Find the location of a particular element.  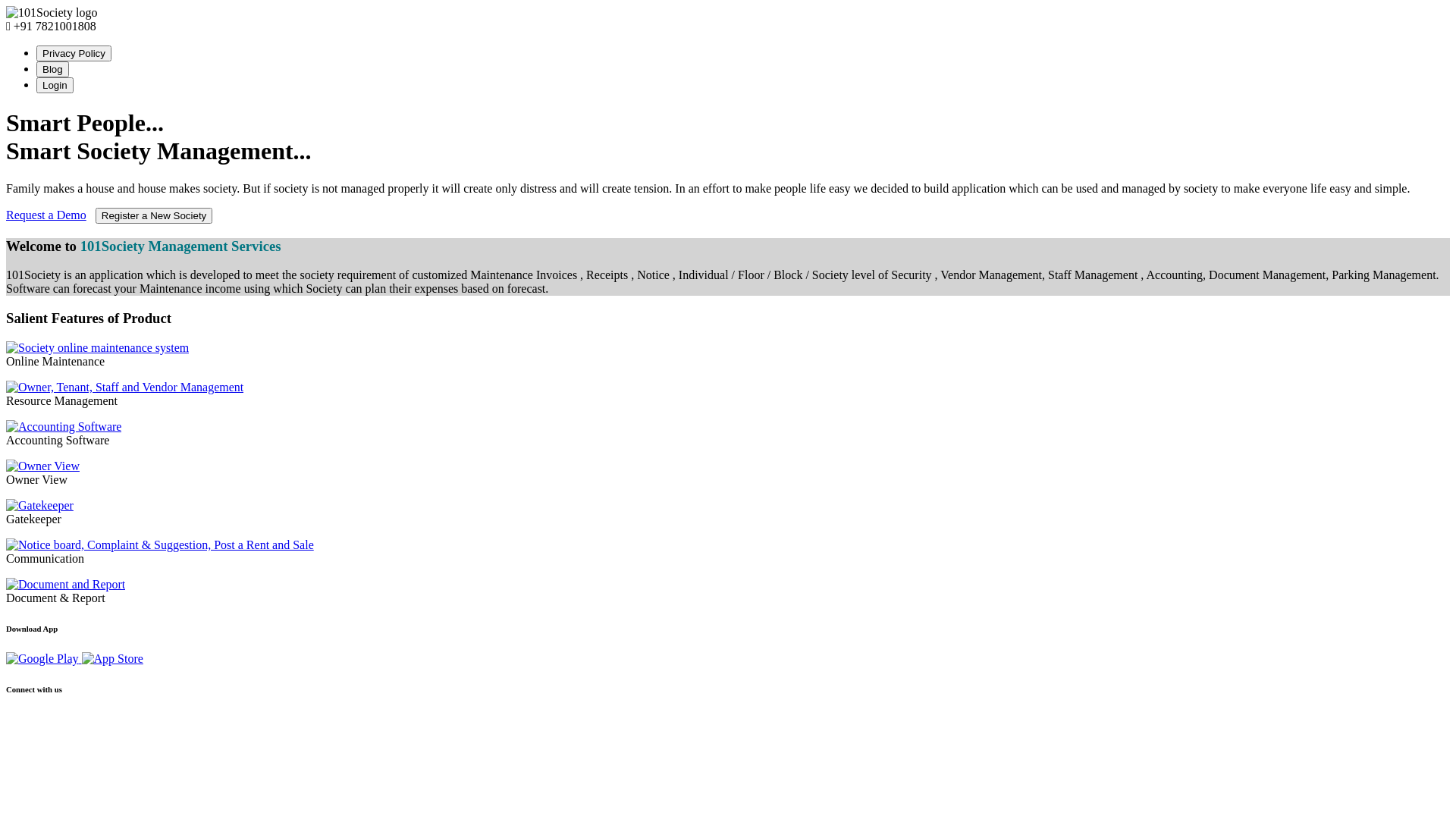

'Owner, Tenant, Staff and Vendor Management' is located at coordinates (124, 386).